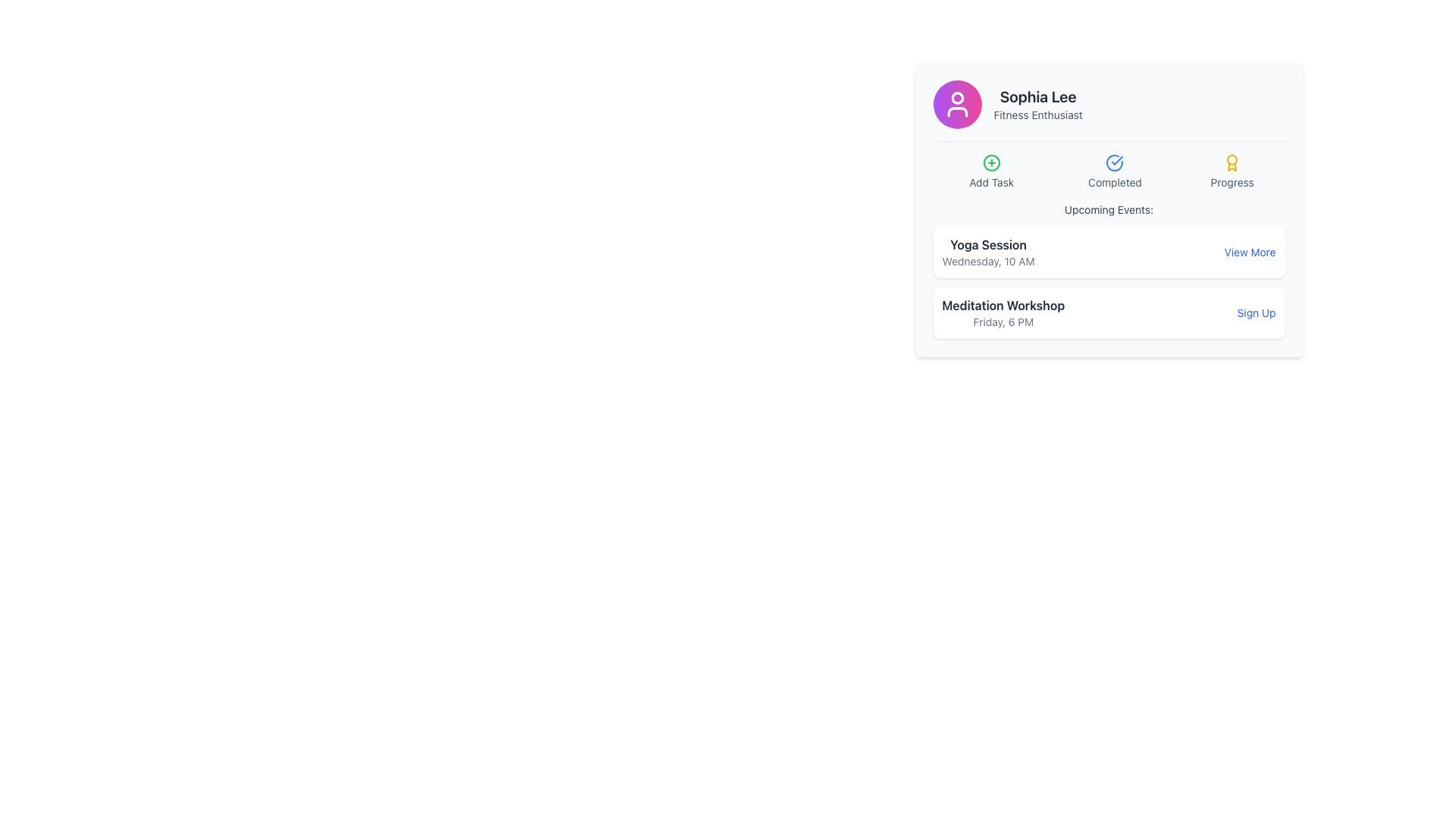 The image size is (1456, 819). I want to click on the golden award icon styled as a medal located under the 'Progress' label, so click(1232, 163).